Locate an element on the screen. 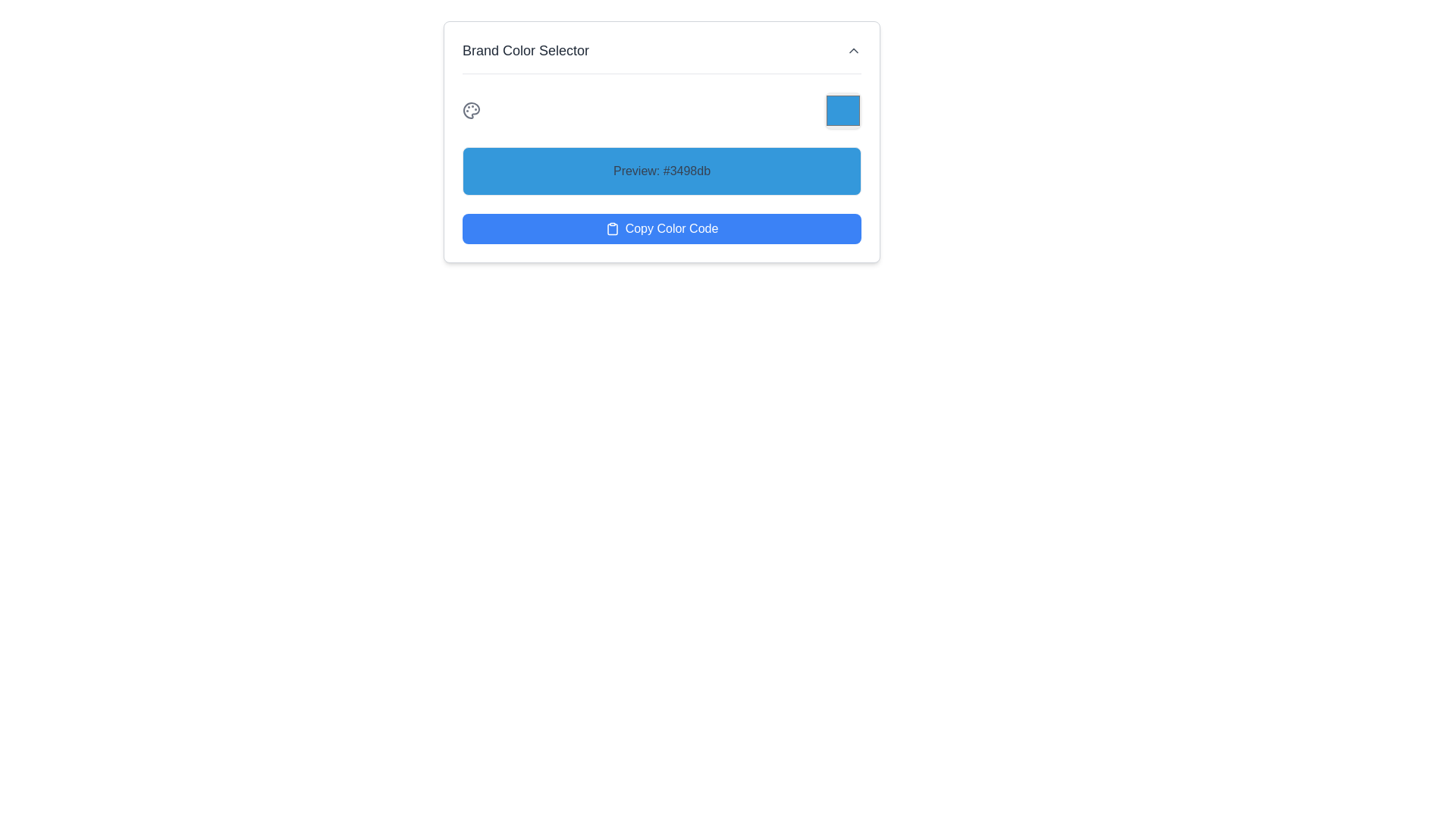 Image resolution: width=1456 pixels, height=819 pixels. the button that allows users to copy the color code displayed in the 'Brand Color Selector' section is located at coordinates (662, 228).